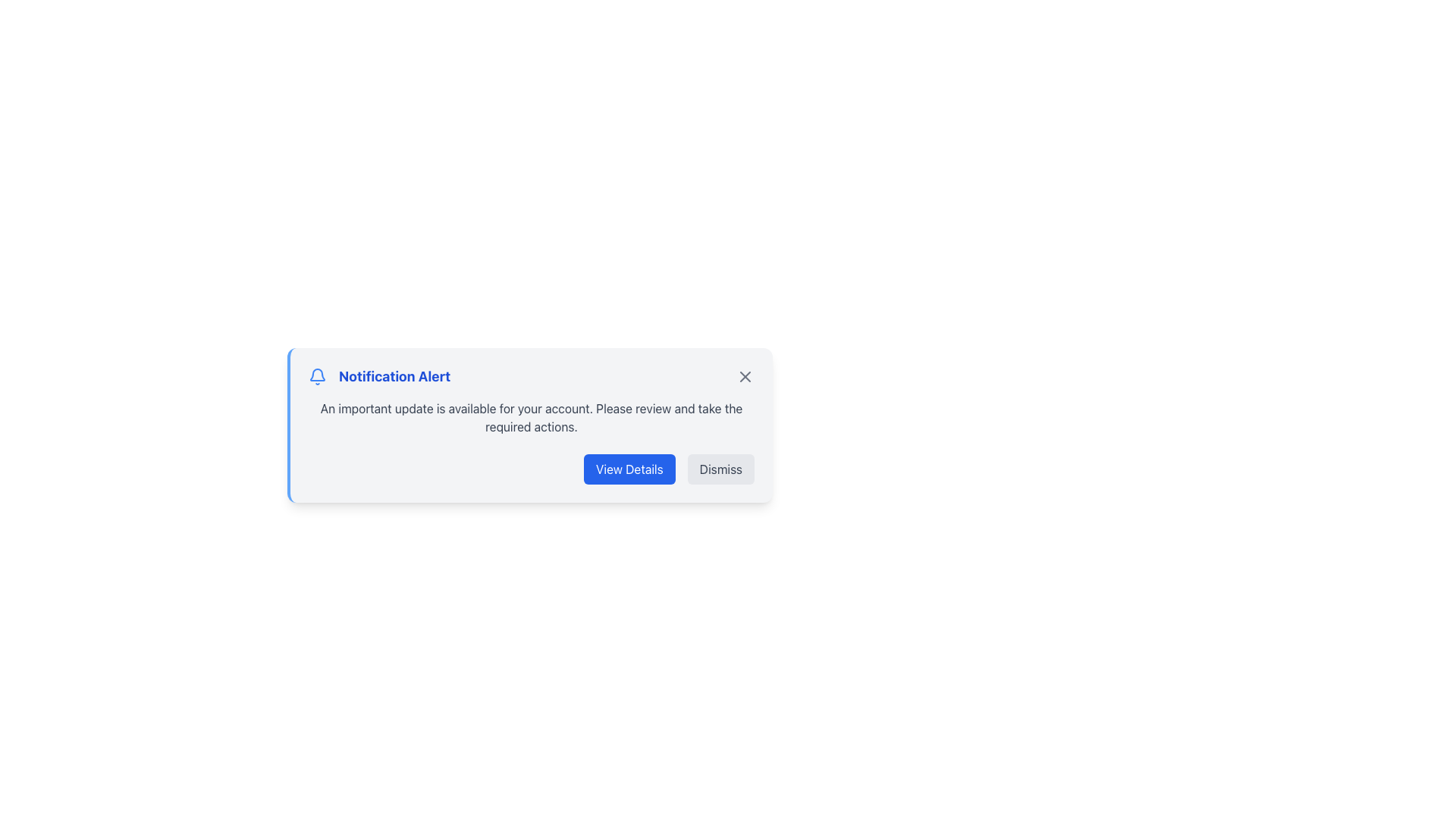 Image resolution: width=1456 pixels, height=819 pixels. I want to click on the 'Dismiss' button, which is a rectangular button with rounded corners located at the bottom-right corner of the notification panel, so click(720, 468).